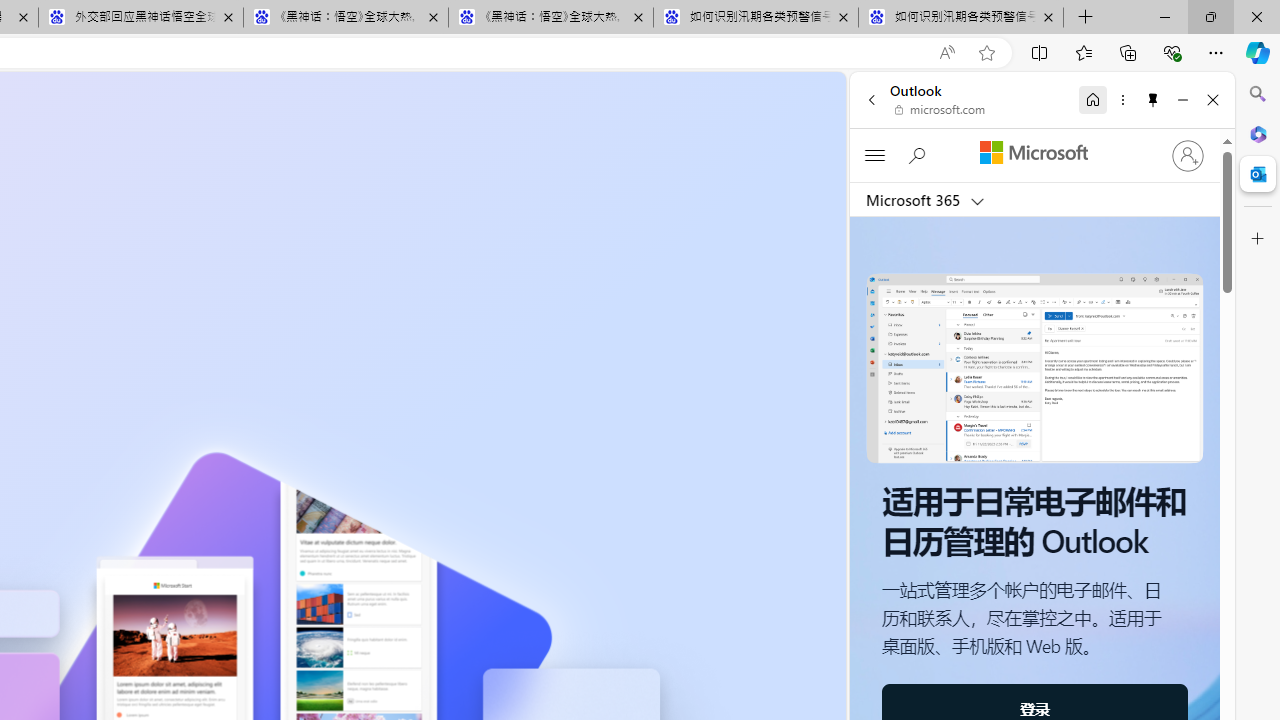 The height and width of the screenshot is (720, 1280). I want to click on 'Add this page to favorites (Ctrl+D)', so click(986, 52).